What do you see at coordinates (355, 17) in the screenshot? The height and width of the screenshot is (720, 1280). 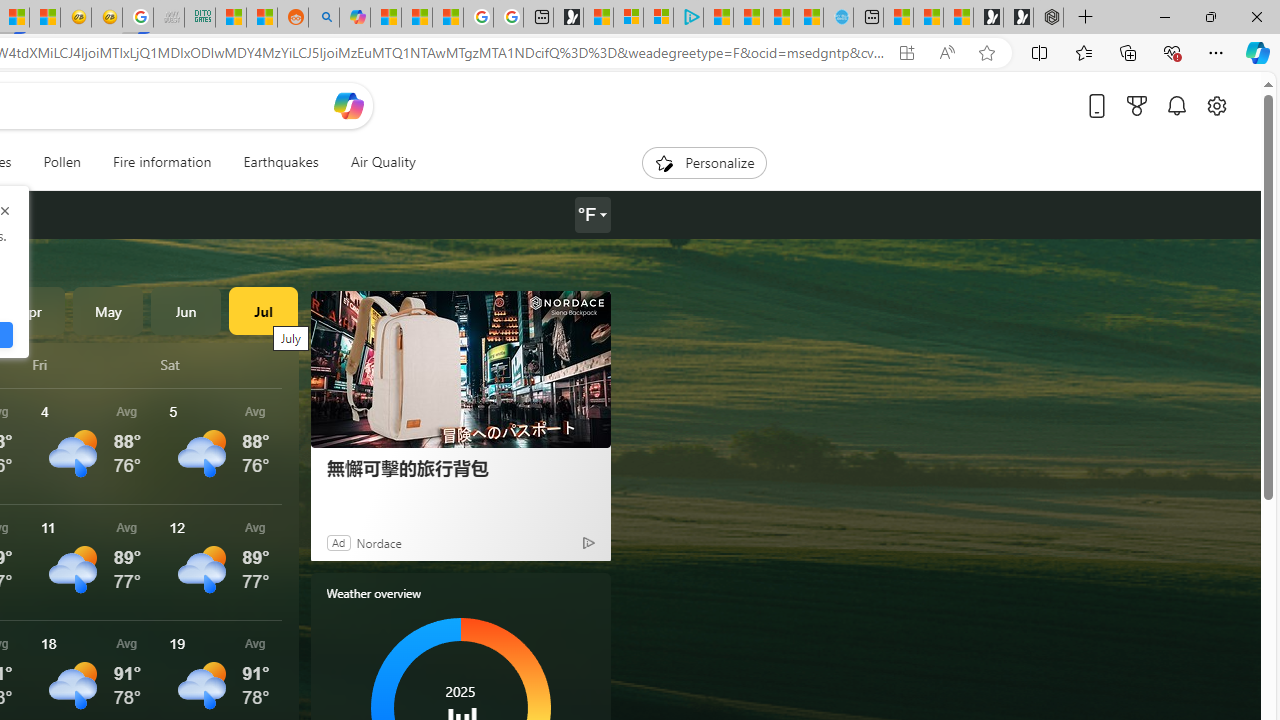 I see `'Microsoft Copilot in Bing'` at bounding box center [355, 17].